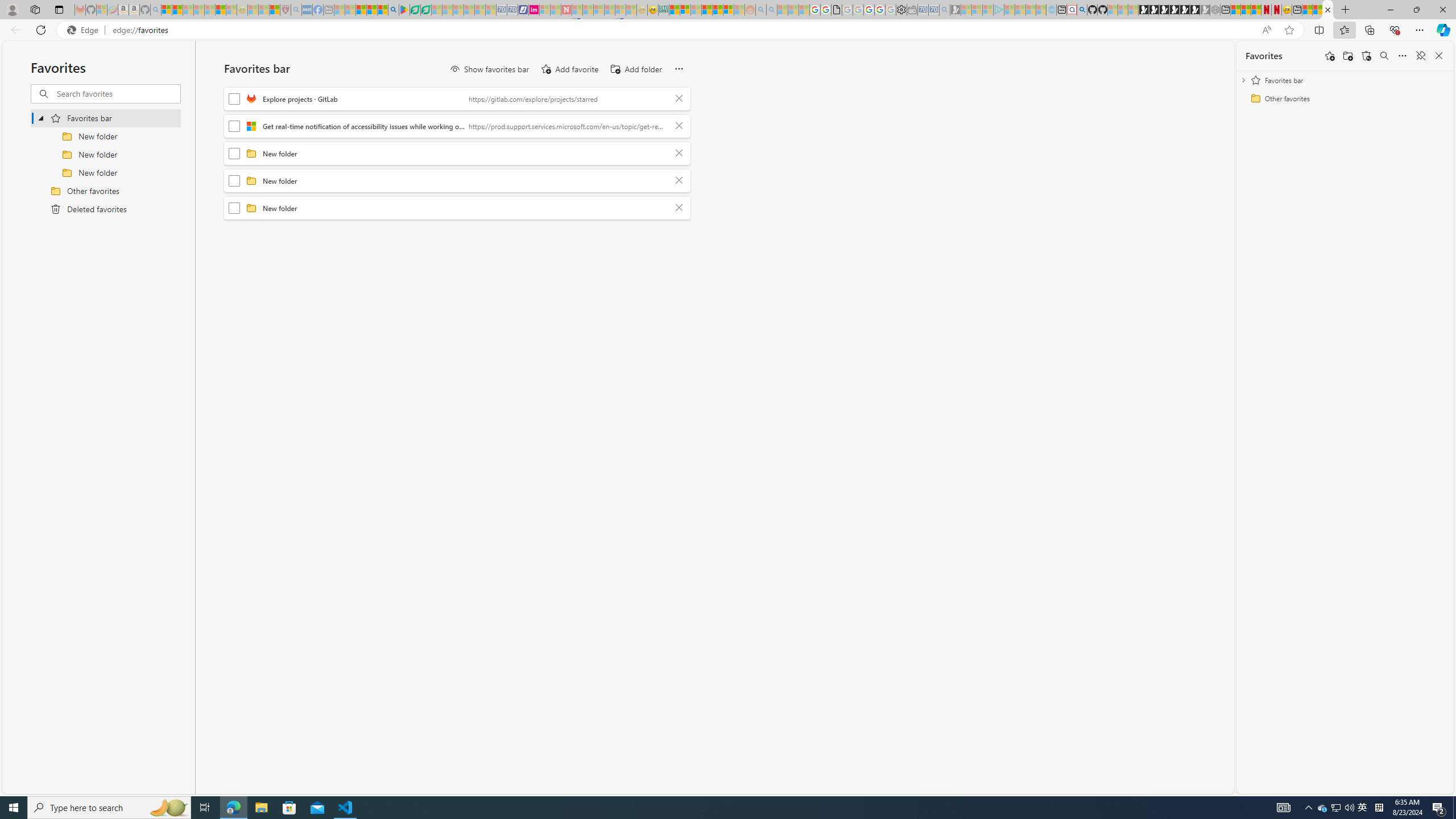 The image size is (1456, 819). Describe the element at coordinates (707, 9) in the screenshot. I see `'Expert Portfolios'` at that location.